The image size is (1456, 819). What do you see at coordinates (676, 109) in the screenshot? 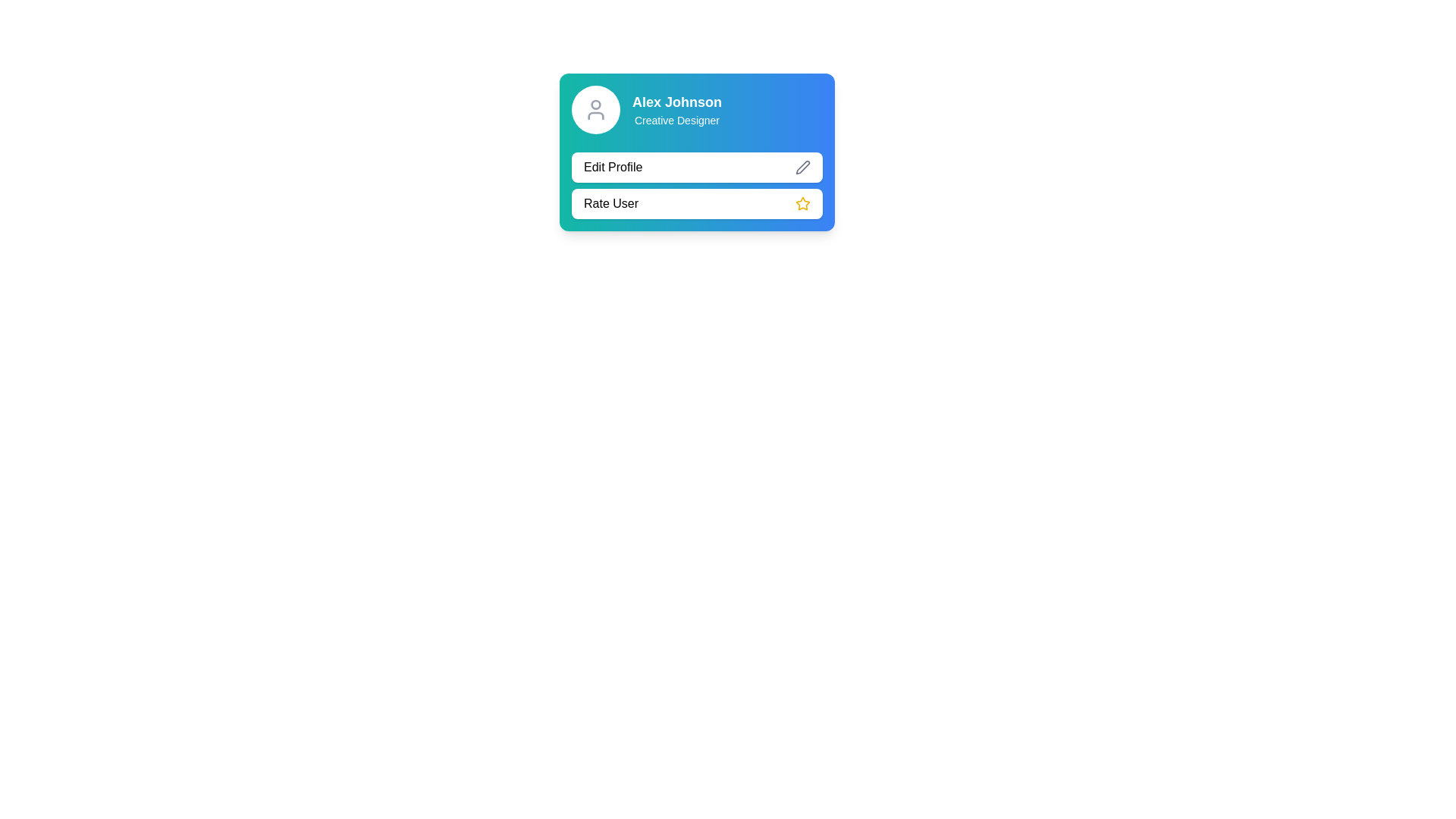
I see `the Text label displaying 'Alex Johnson' and 'Creative Designer' on a gradient blue background` at bounding box center [676, 109].